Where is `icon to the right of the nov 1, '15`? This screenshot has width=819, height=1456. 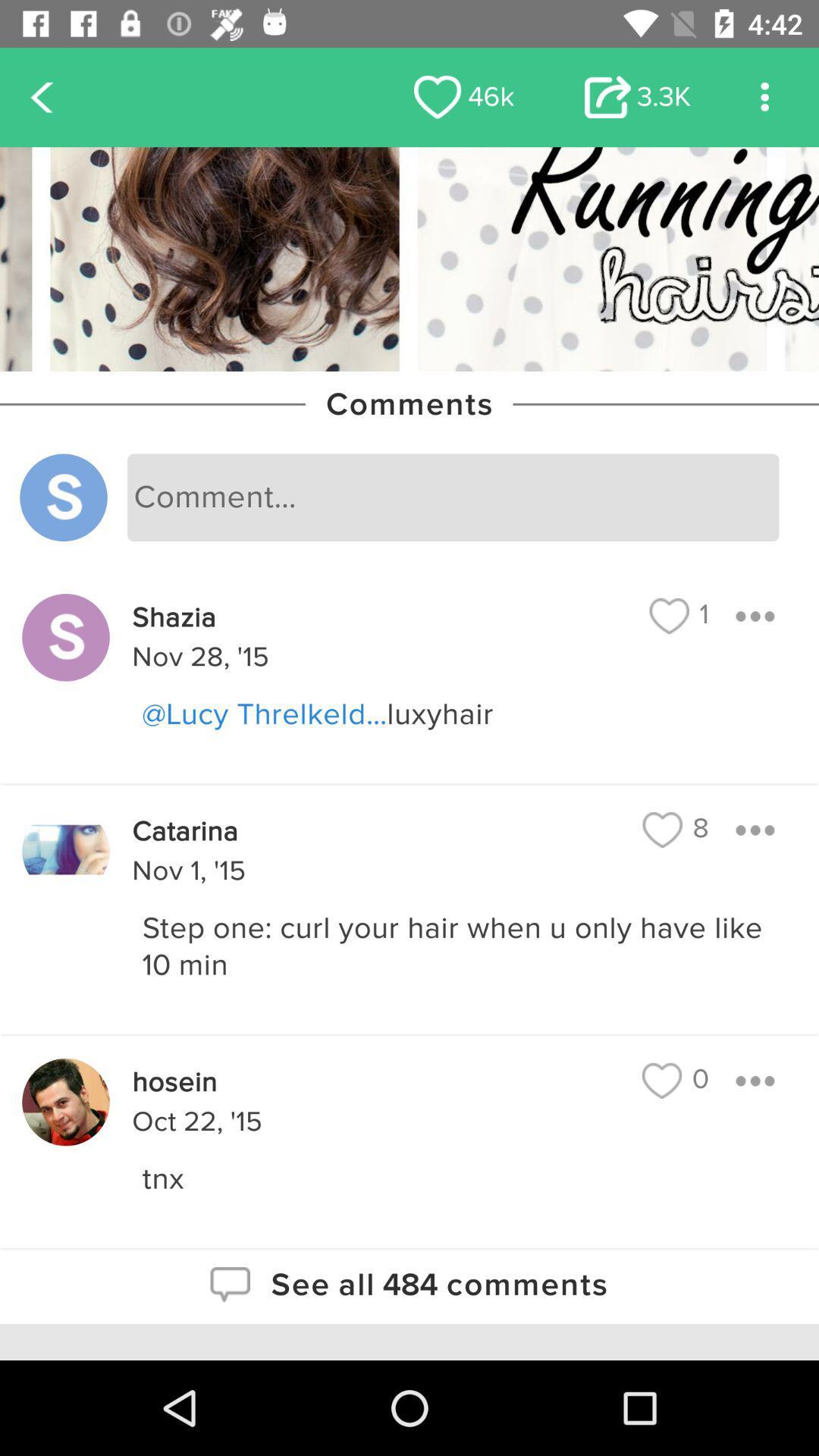
icon to the right of the nov 1, '15 is located at coordinates (675, 829).